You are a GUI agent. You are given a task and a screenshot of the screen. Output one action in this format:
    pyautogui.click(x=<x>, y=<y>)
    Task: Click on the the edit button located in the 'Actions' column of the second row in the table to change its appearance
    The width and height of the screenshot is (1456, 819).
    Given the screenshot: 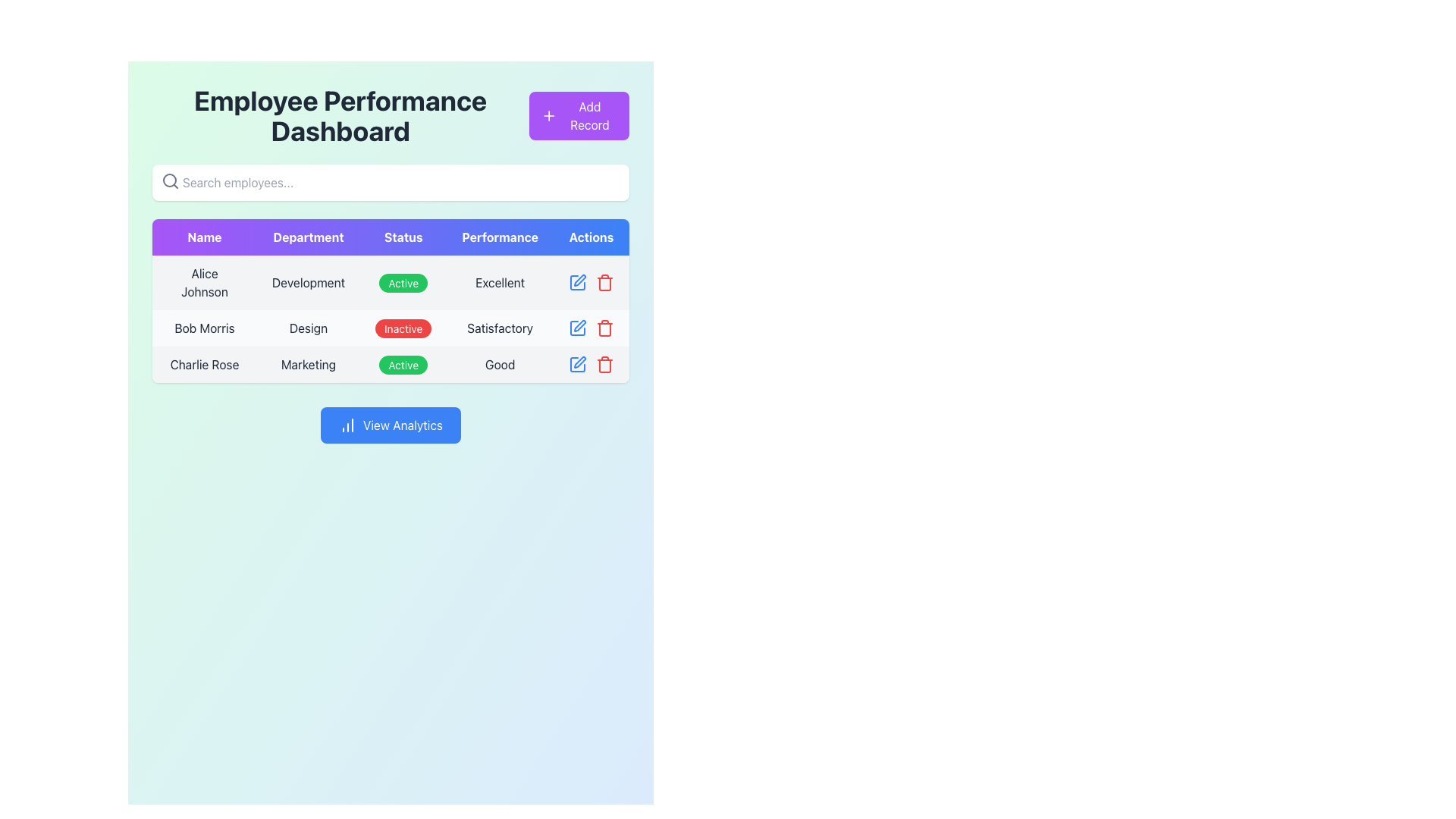 What is the action you would take?
    pyautogui.click(x=577, y=327)
    